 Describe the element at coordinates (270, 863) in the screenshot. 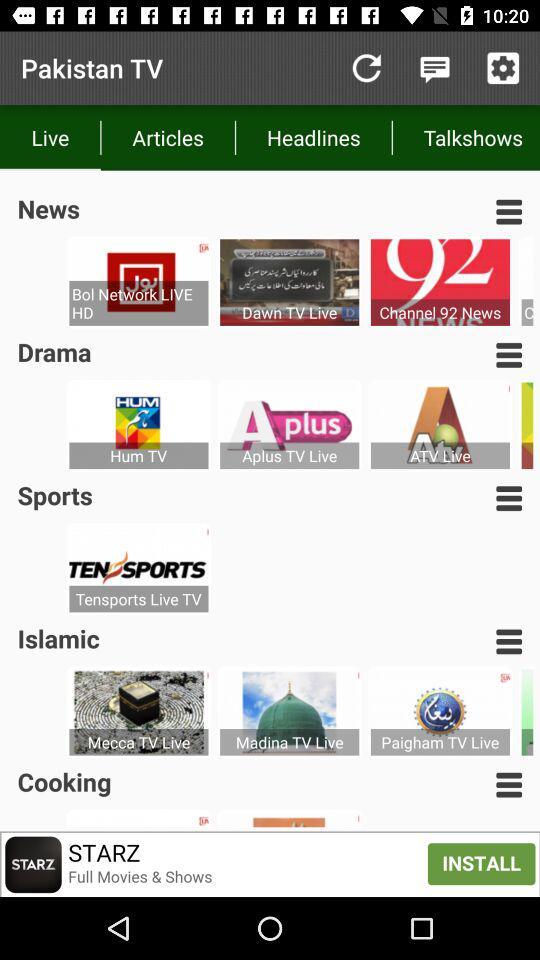

I see `bottom advertisement` at that location.